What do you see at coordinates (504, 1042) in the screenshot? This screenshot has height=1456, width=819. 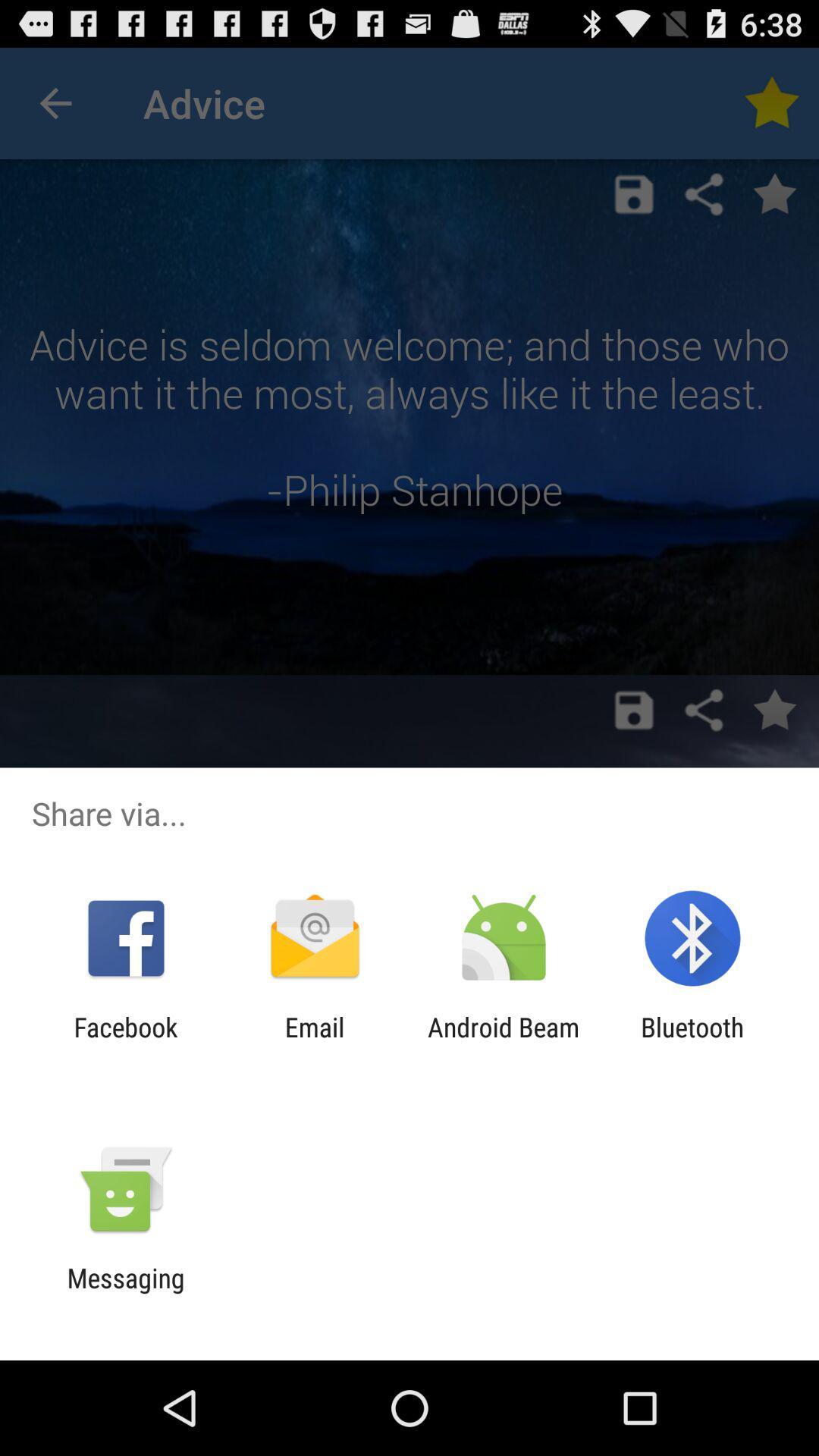 I see `android beam item` at bounding box center [504, 1042].